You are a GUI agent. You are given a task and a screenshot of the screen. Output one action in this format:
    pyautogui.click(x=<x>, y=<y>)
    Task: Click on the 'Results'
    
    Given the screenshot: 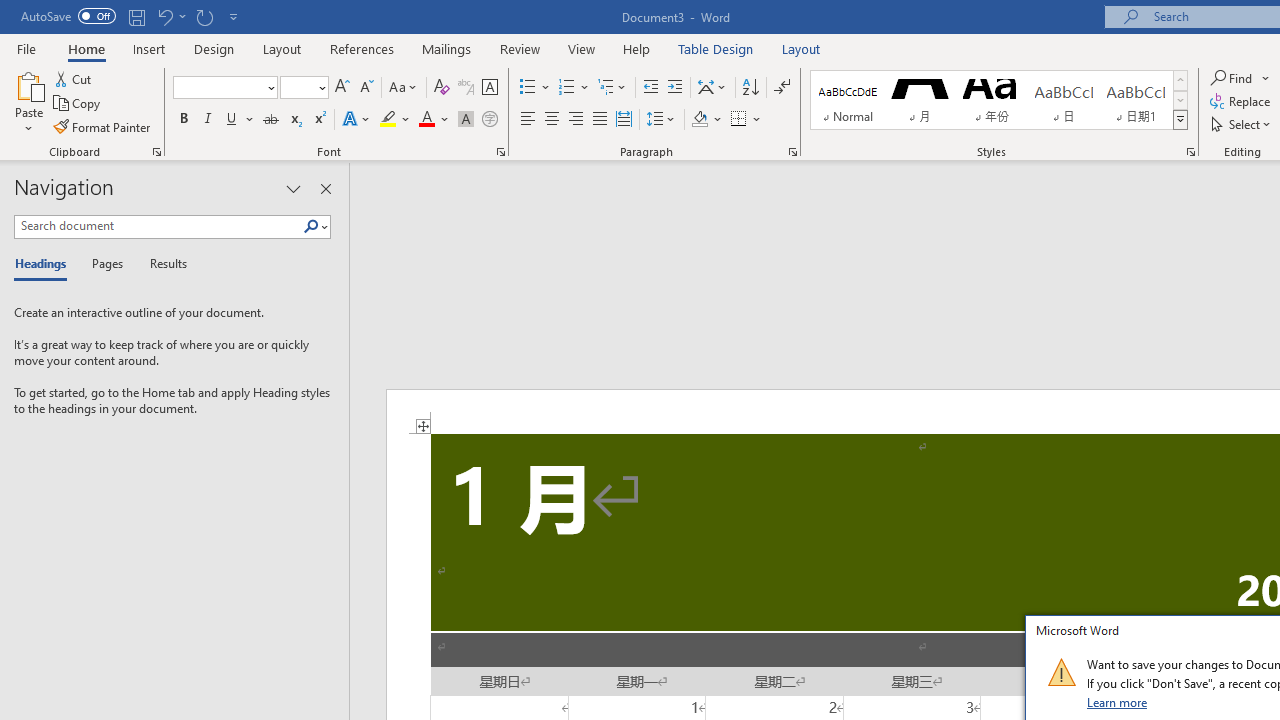 What is the action you would take?
    pyautogui.click(x=161, y=264)
    